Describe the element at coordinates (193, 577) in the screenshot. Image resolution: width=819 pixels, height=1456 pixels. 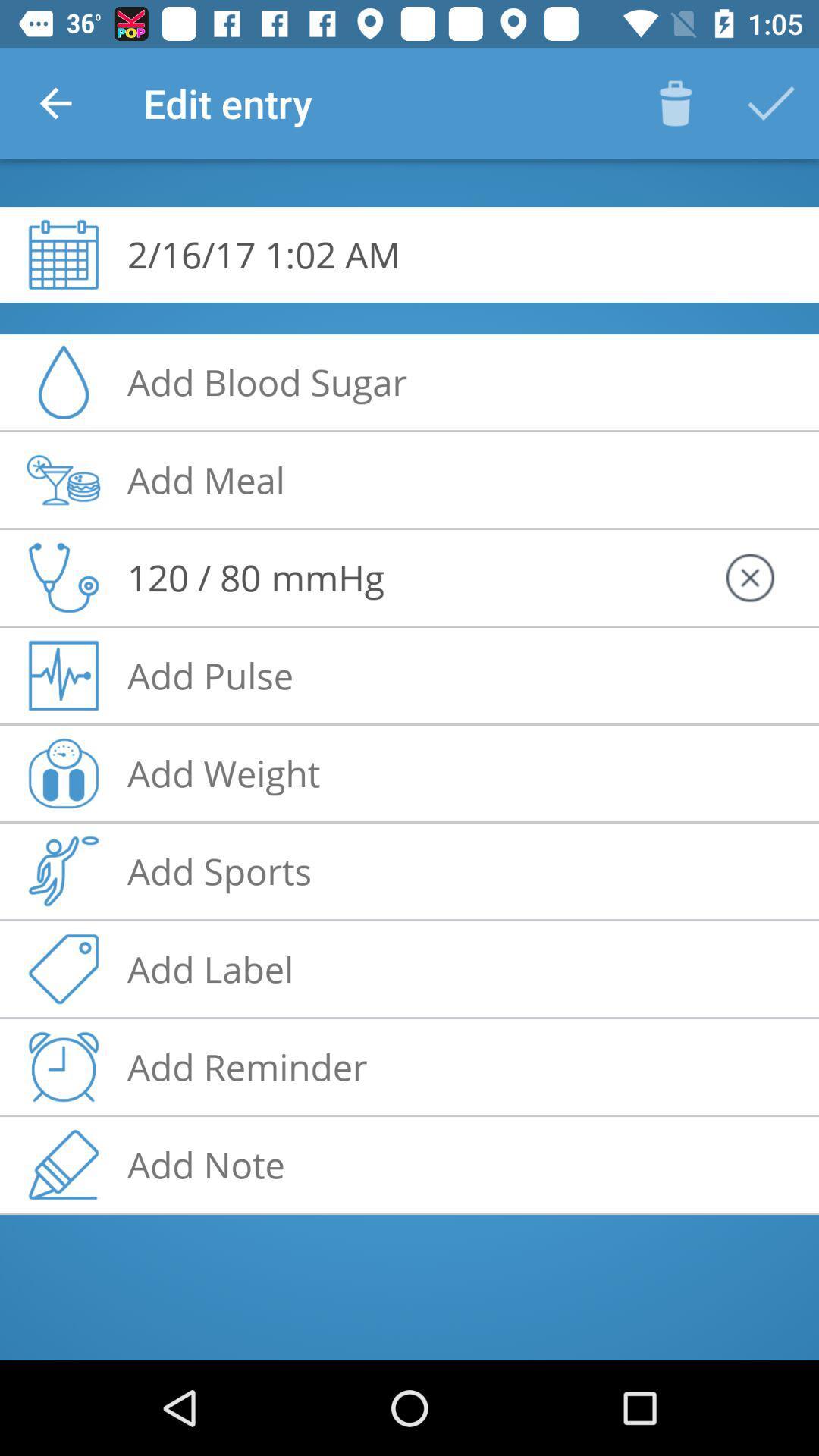
I see `120  80` at that location.